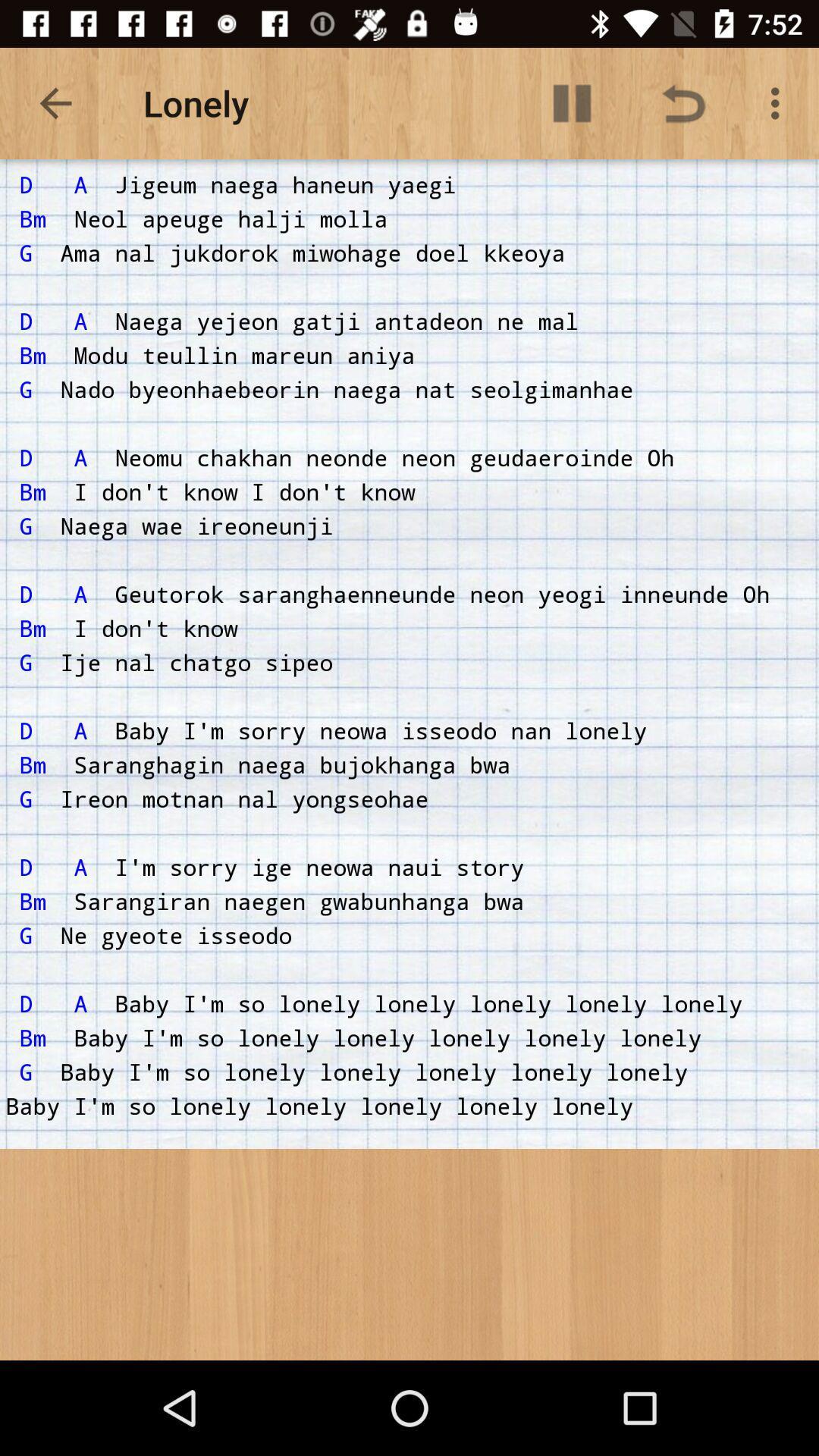 This screenshot has width=819, height=1456. Describe the element at coordinates (572, 102) in the screenshot. I see `icon next to lonely item` at that location.